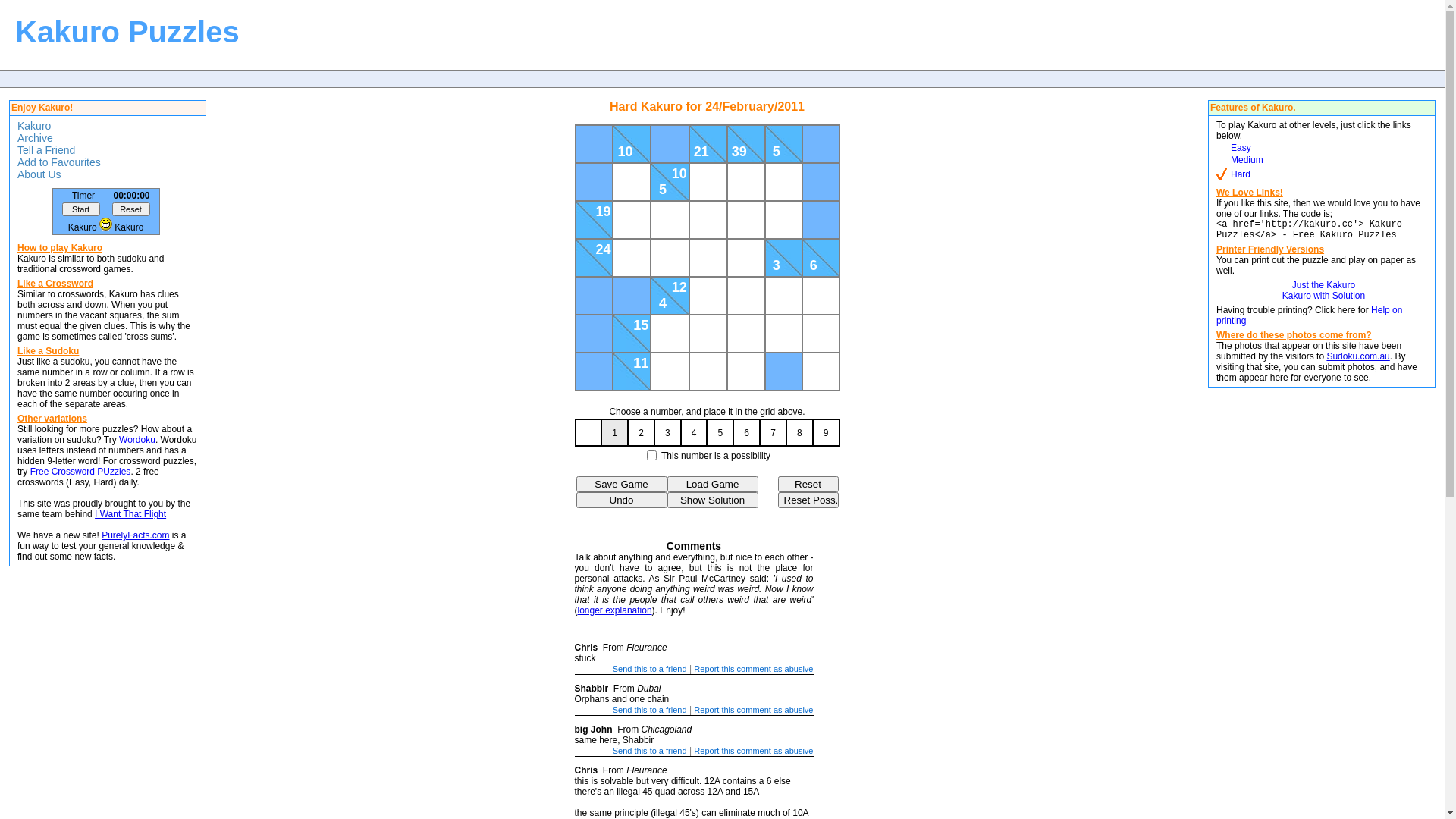 This screenshot has height=819, width=1456. I want to click on 'Start', so click(80, 209).